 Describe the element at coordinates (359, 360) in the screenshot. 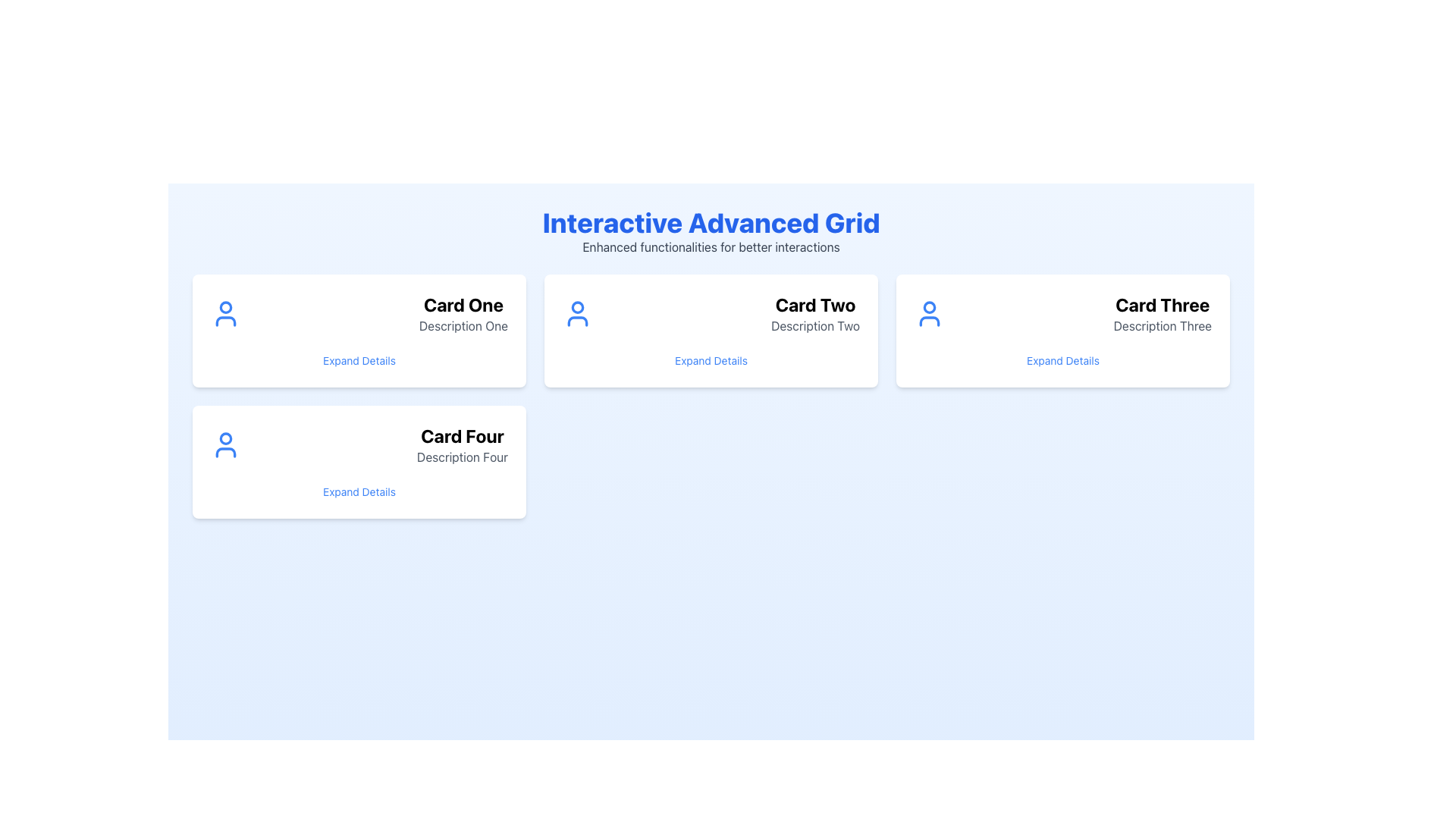

I see `the blue text link labeled 'Expand Details', located at the bottom of 'Card One'` at that location.